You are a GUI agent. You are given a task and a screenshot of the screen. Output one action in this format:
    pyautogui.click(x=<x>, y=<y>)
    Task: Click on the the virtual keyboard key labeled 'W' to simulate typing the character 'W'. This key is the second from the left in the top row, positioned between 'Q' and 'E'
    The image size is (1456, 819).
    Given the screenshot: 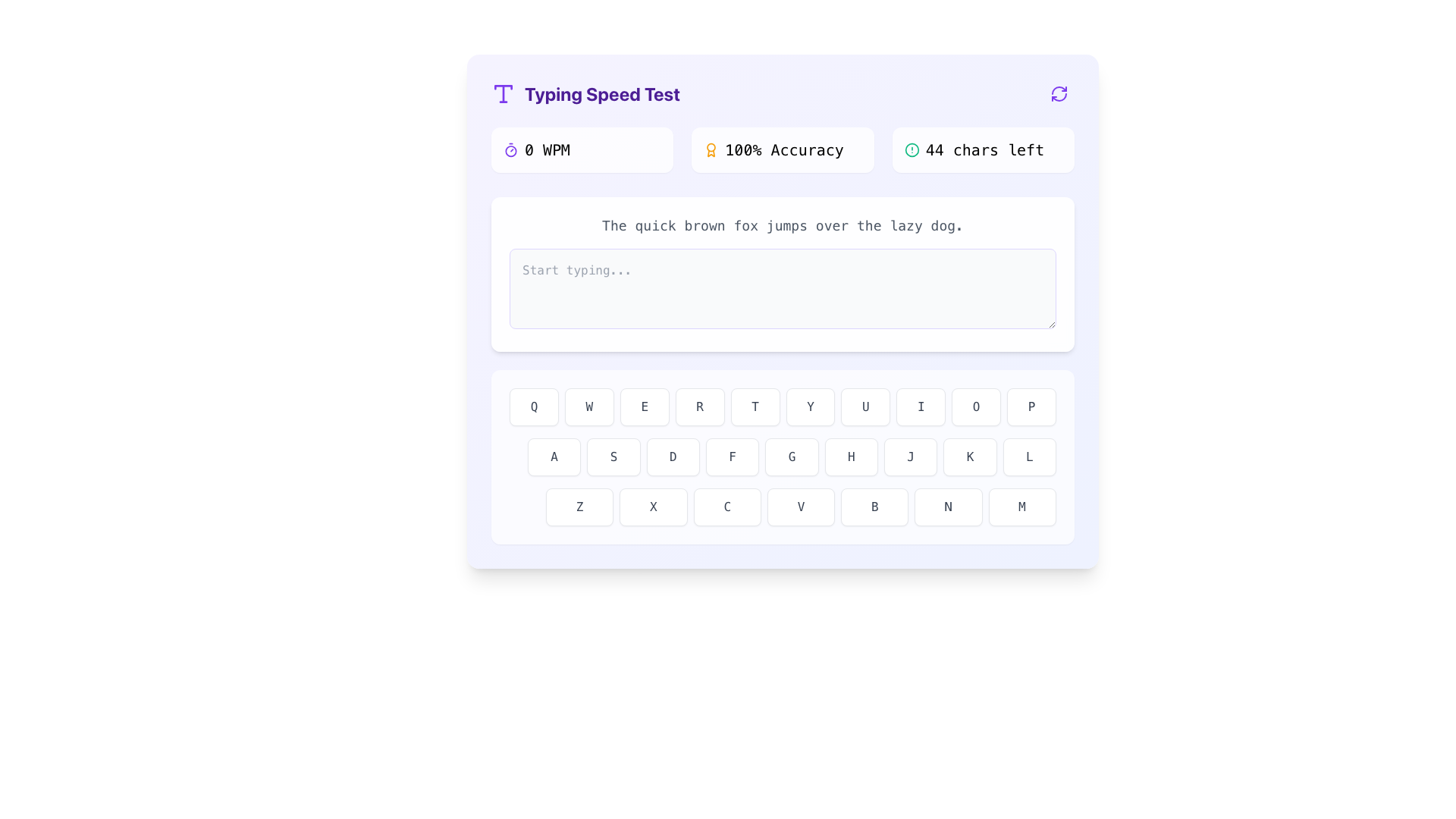 What is the action you would take?
    pyautogui.click(x=588, y=406)
    